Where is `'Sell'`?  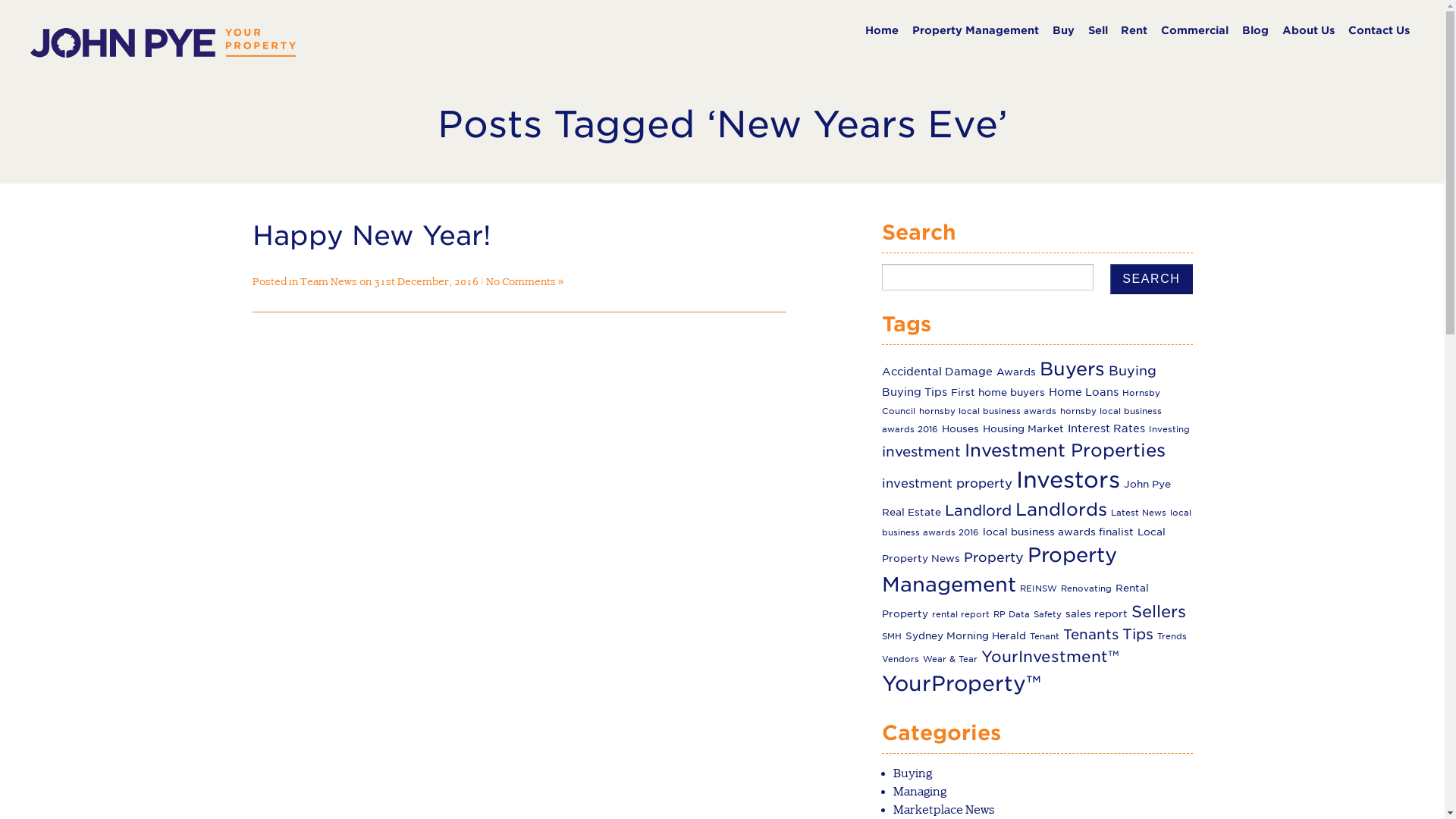 'Sell' is located at coordinates (1098, 30).